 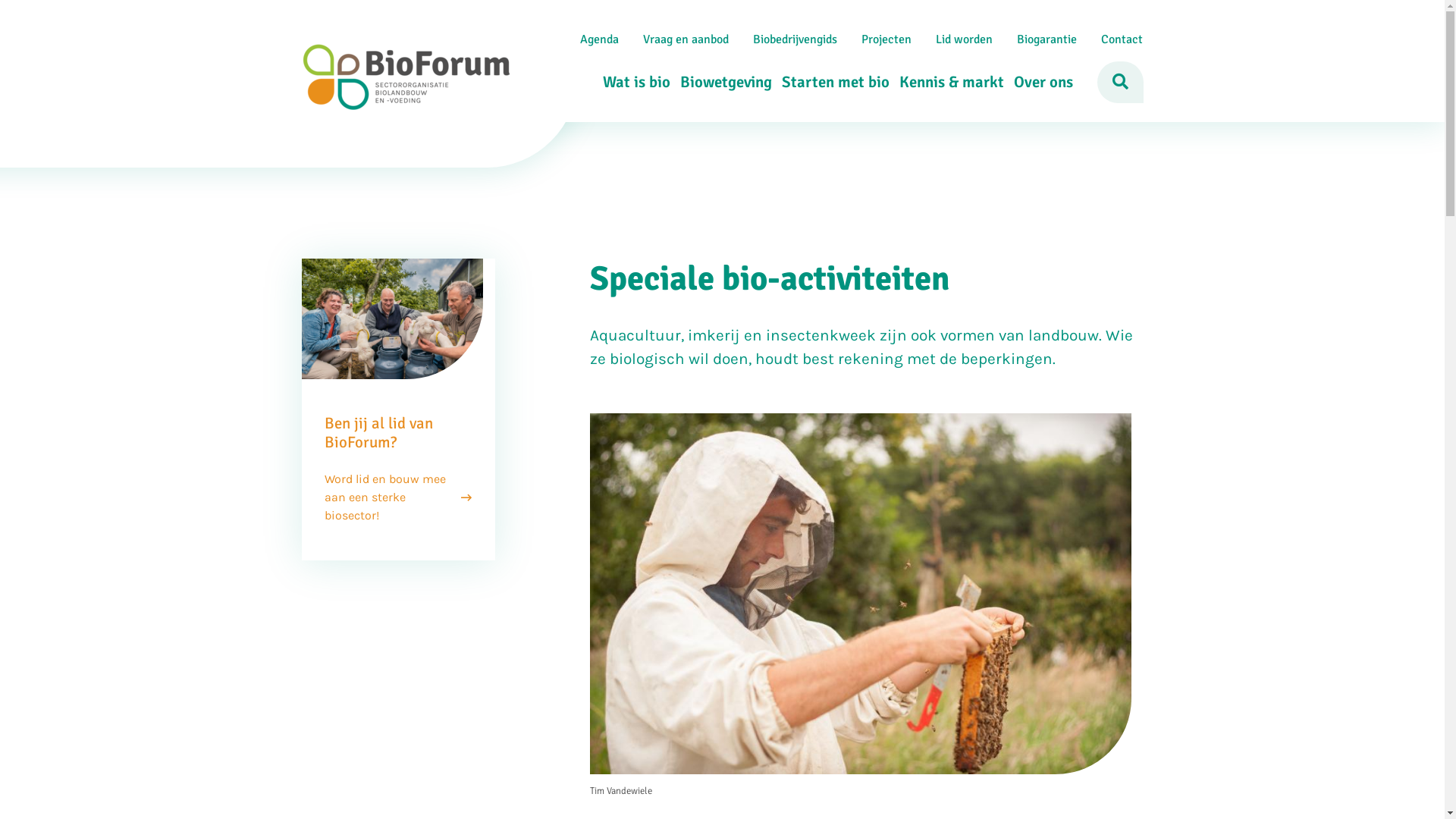 What do you see at coordinates (323, 497) in the screenshot?
I see `'Word lid en bouw mee aan een sterke biosector!'` at bounding box center [323, 497].